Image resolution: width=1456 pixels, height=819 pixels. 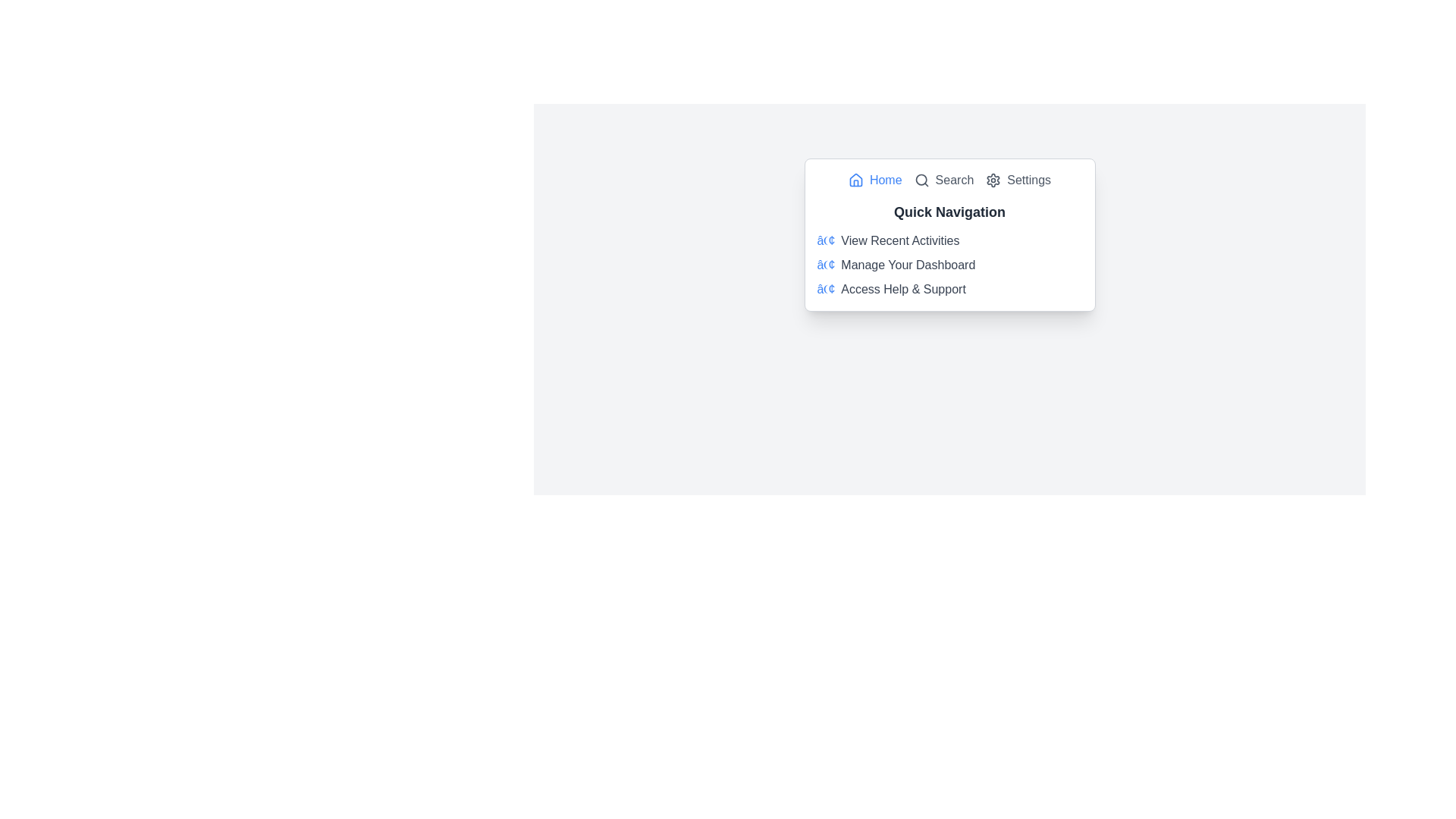 I want to click on the 'Quick Navigation' text label located at the top of the dropdown menu, which is styled in bold dark gray and serves as the header above the list of links, so click(x=949, y=212).